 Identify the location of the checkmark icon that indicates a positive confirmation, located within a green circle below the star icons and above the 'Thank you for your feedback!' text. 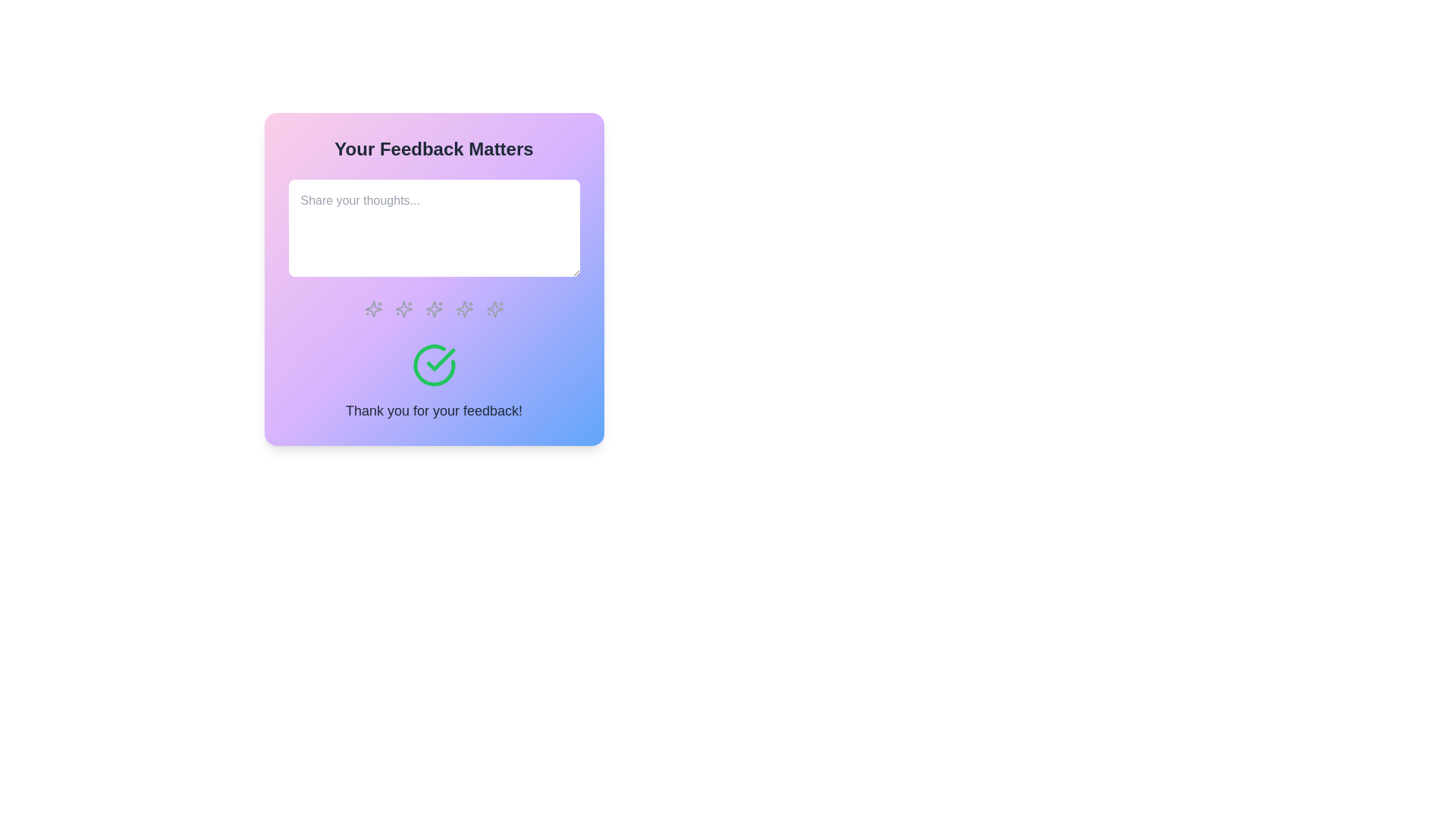
(440, 359).